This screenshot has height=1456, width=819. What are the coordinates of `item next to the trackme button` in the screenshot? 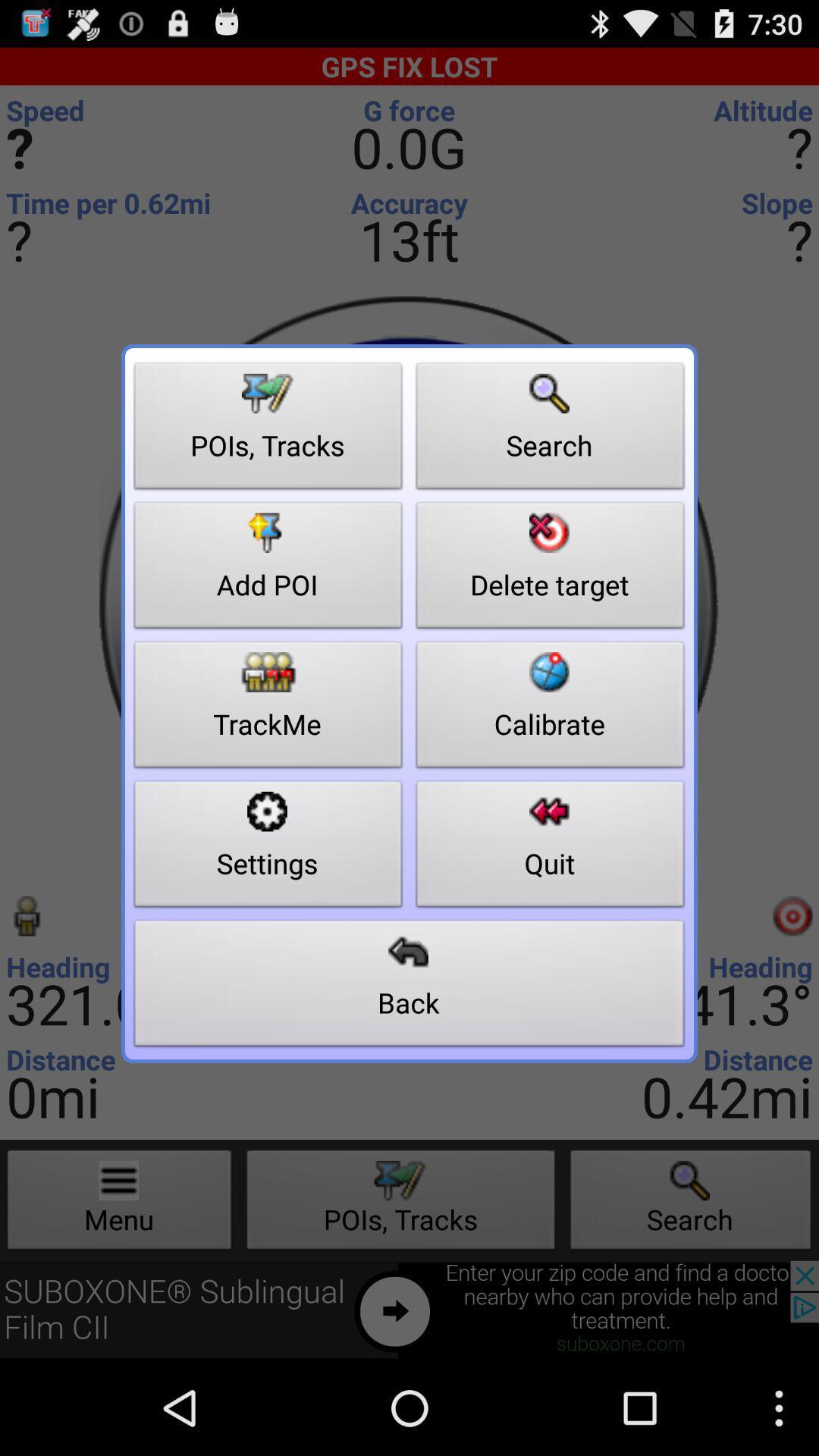 It's located at (550, 847).